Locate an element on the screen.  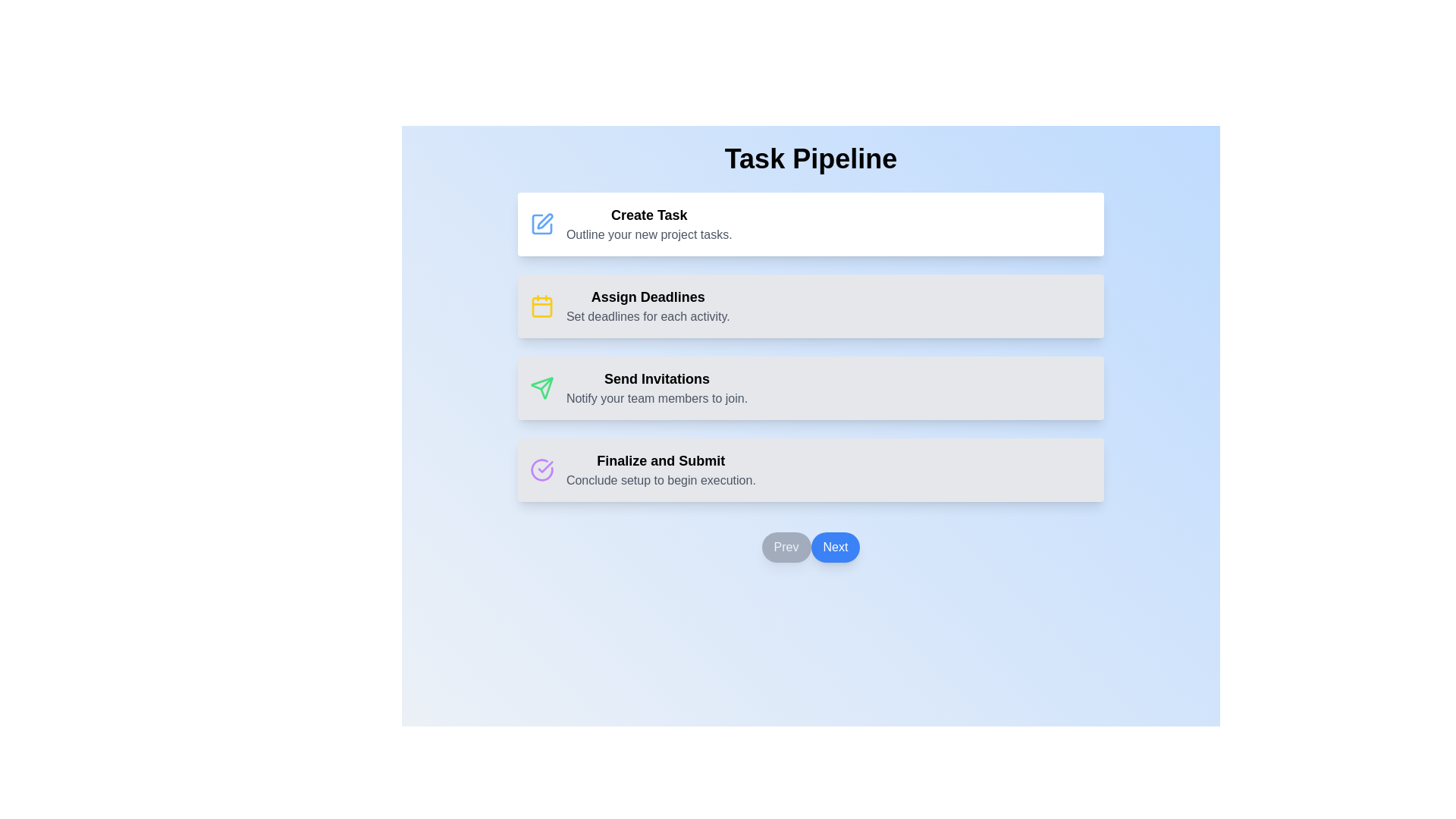
header element located at the top of the page, which serves as the title providing main context for the content sections below is located at coordinates (810, 158).